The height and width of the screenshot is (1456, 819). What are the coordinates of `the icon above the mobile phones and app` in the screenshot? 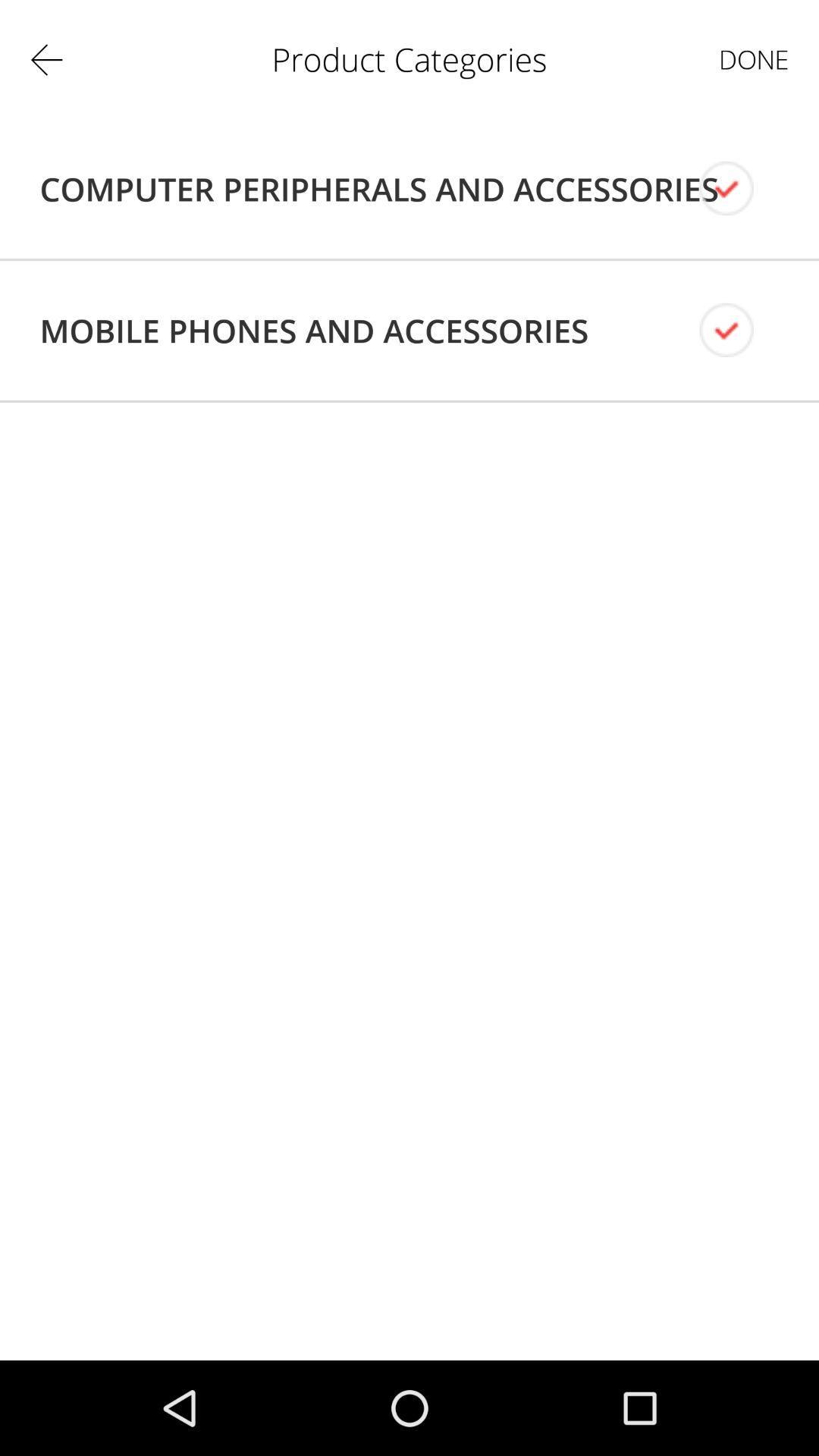 It's located at (378, 188).